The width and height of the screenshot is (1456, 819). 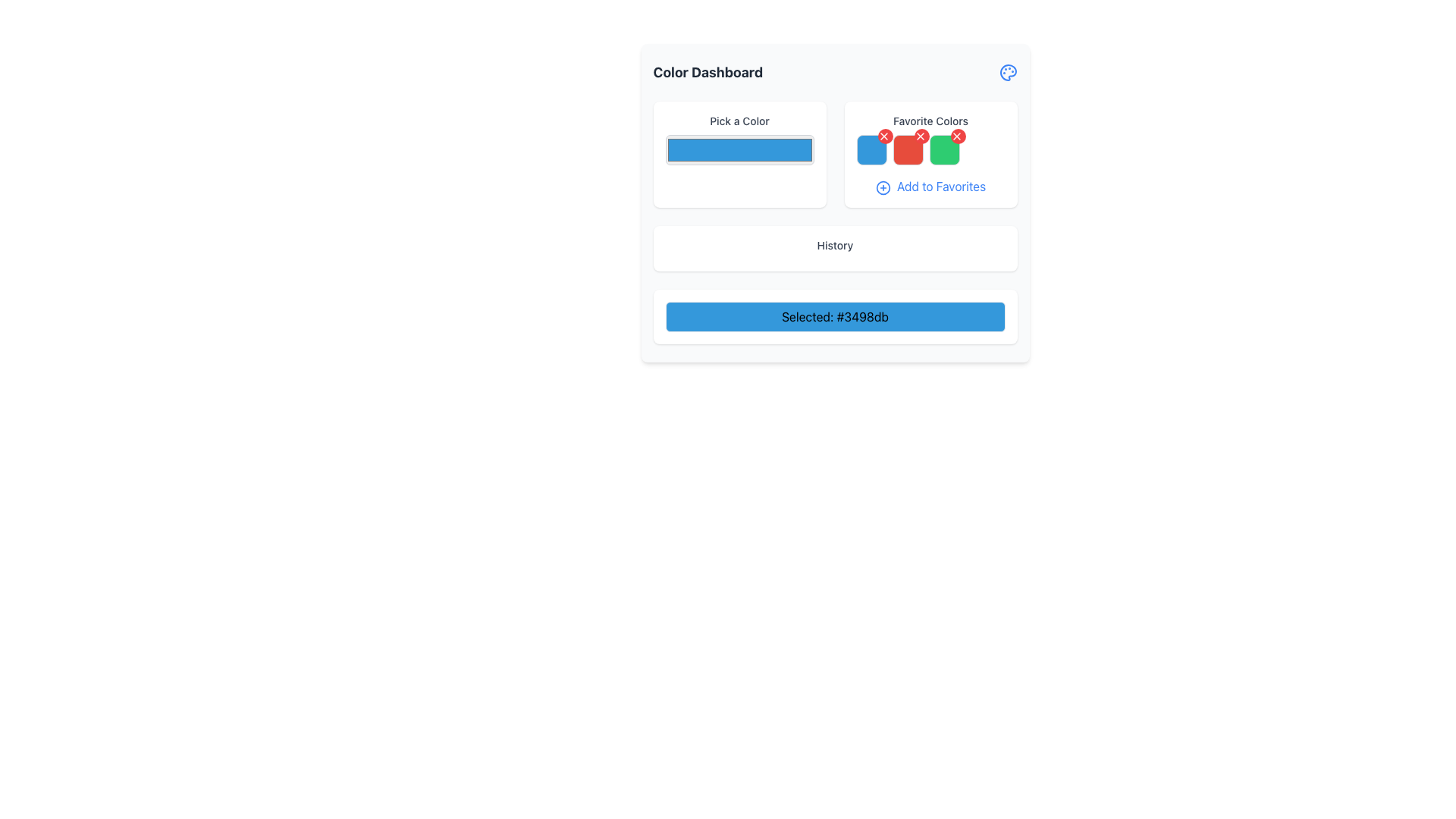 What do you see at coordinates (834, 315) in the screenshot?
I see `the Informational display box that shows the selected color code '#3498db' located below the 'History' box in the 'Color Dashboard' interface` at bounding box center [834, 315].